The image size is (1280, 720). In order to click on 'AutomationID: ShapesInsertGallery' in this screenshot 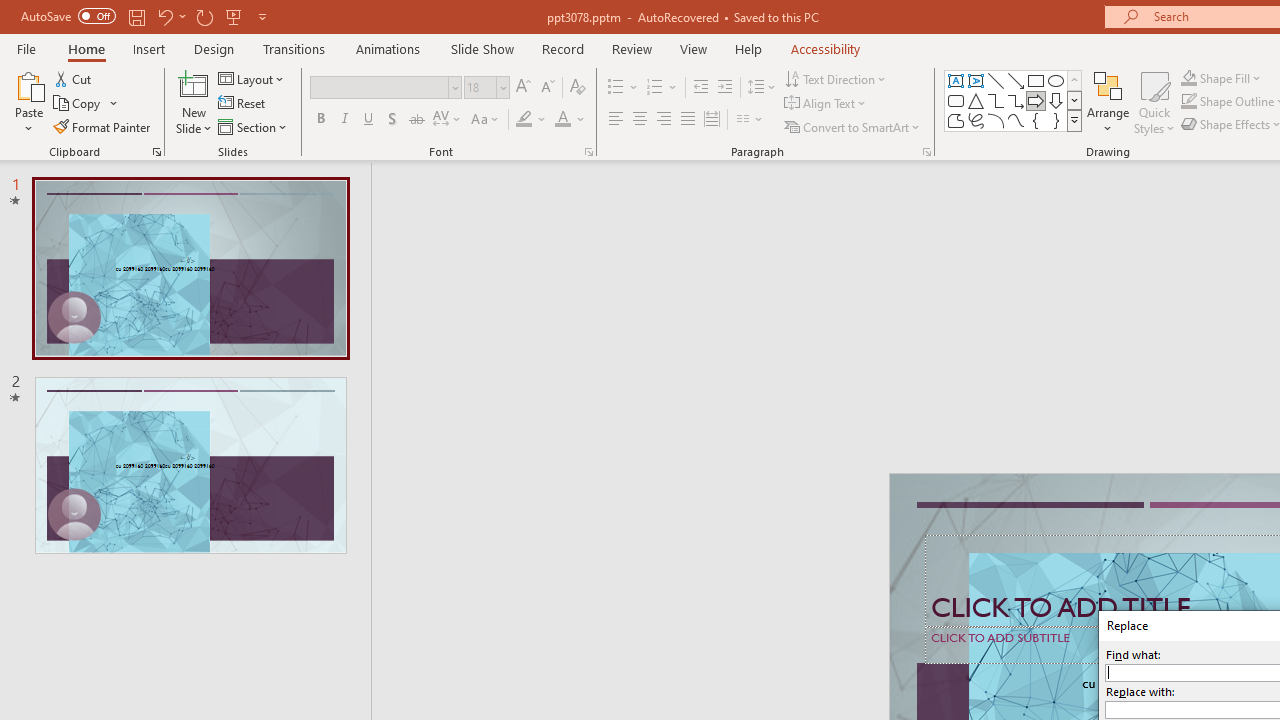, I will do `click(1014, 100)`.